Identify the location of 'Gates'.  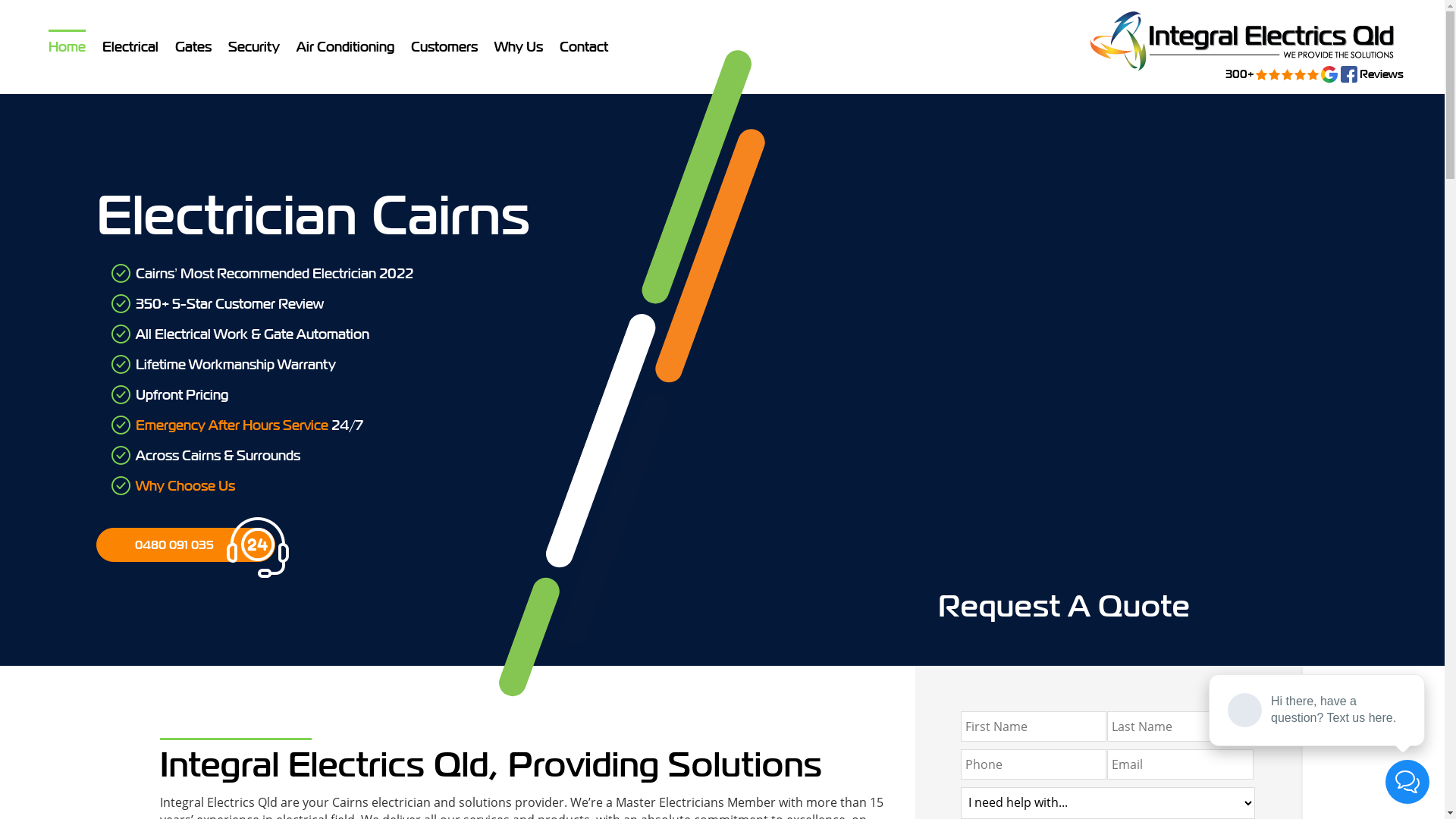
(192, 45).